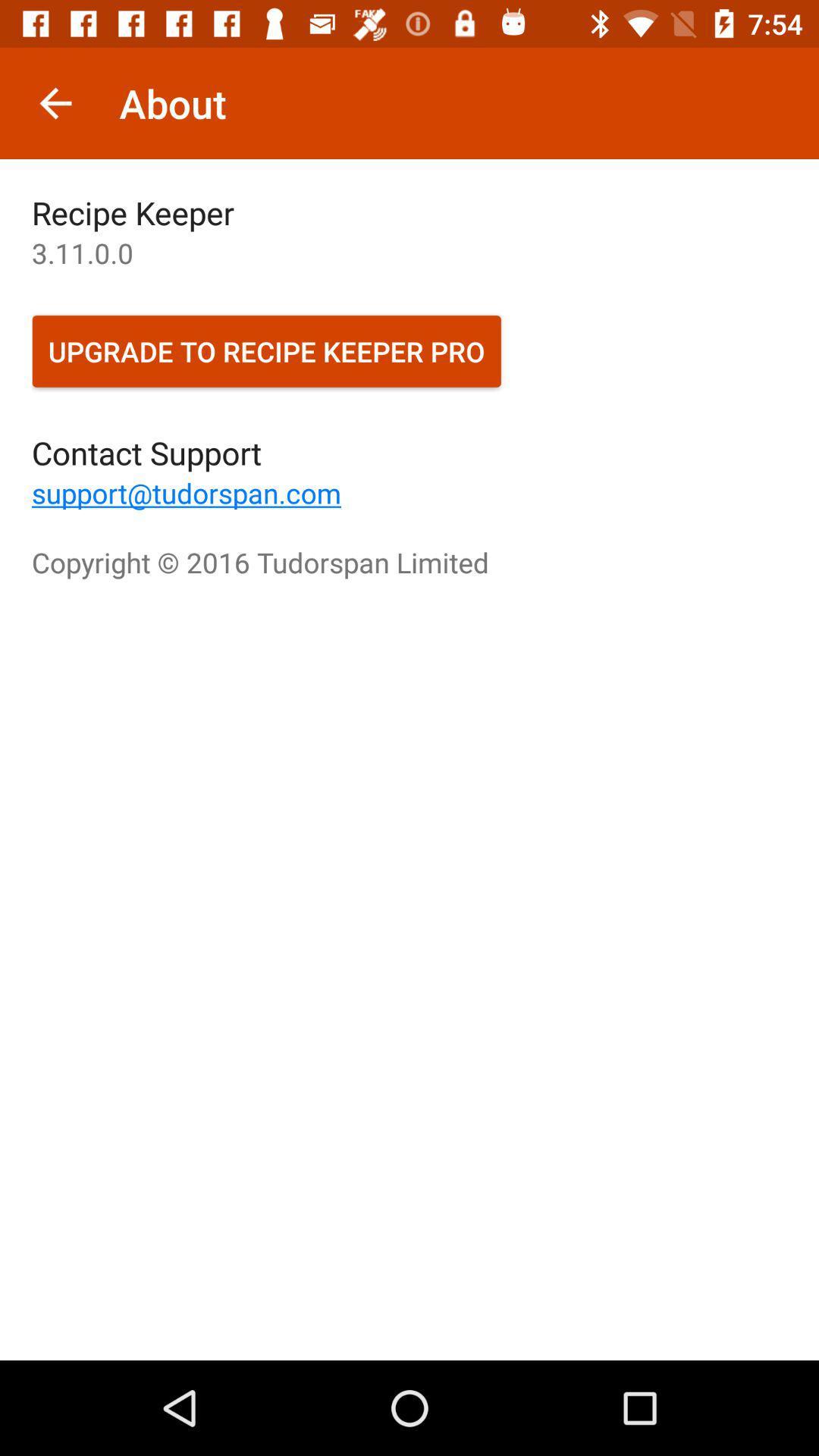 The image size is (819, 1456). I want to click on icon above the contact support icon, so click(265, 350).